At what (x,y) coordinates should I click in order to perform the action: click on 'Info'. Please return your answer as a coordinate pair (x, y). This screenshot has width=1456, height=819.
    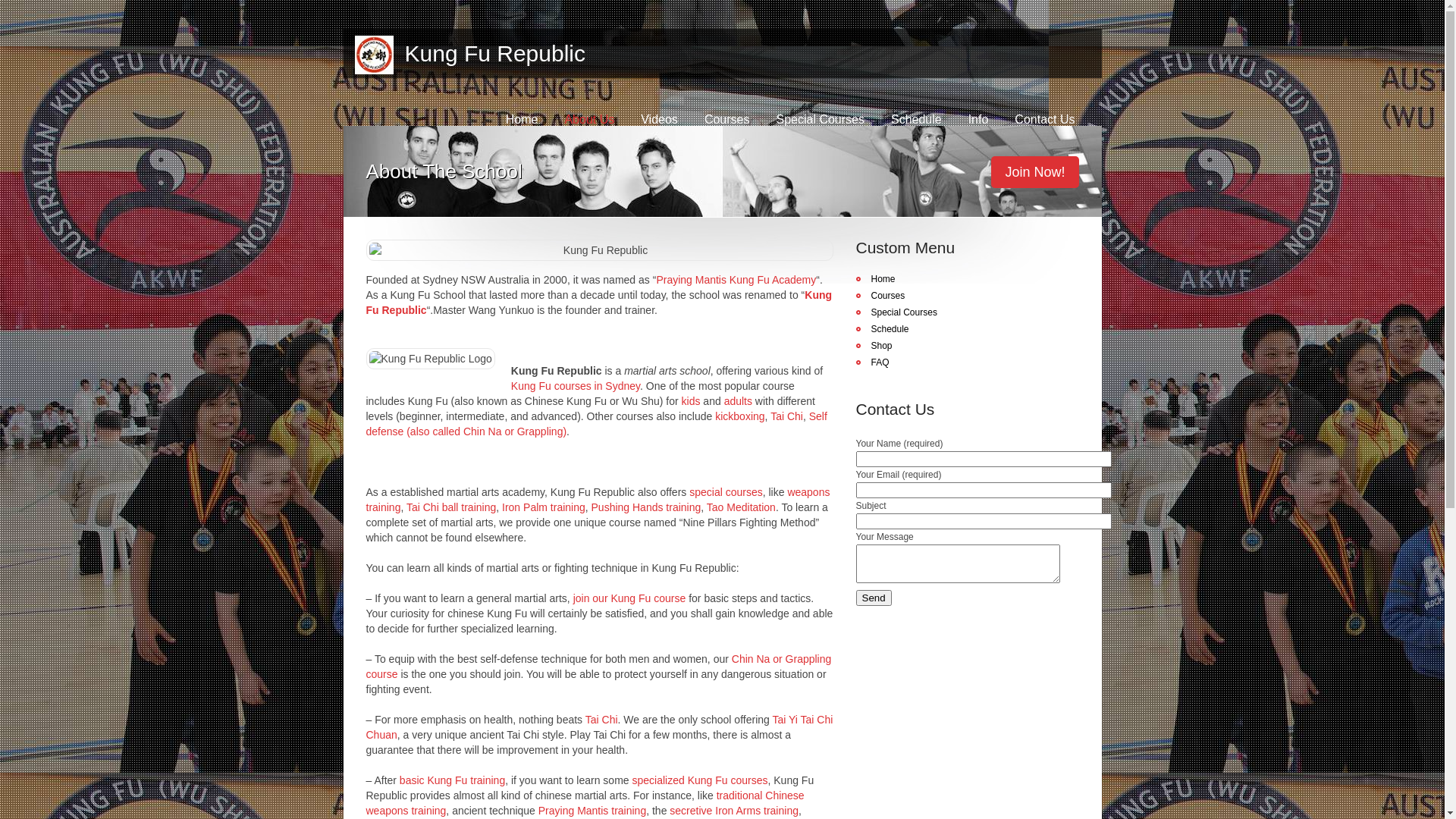
    Looking at the image, I should click on (978, 118).